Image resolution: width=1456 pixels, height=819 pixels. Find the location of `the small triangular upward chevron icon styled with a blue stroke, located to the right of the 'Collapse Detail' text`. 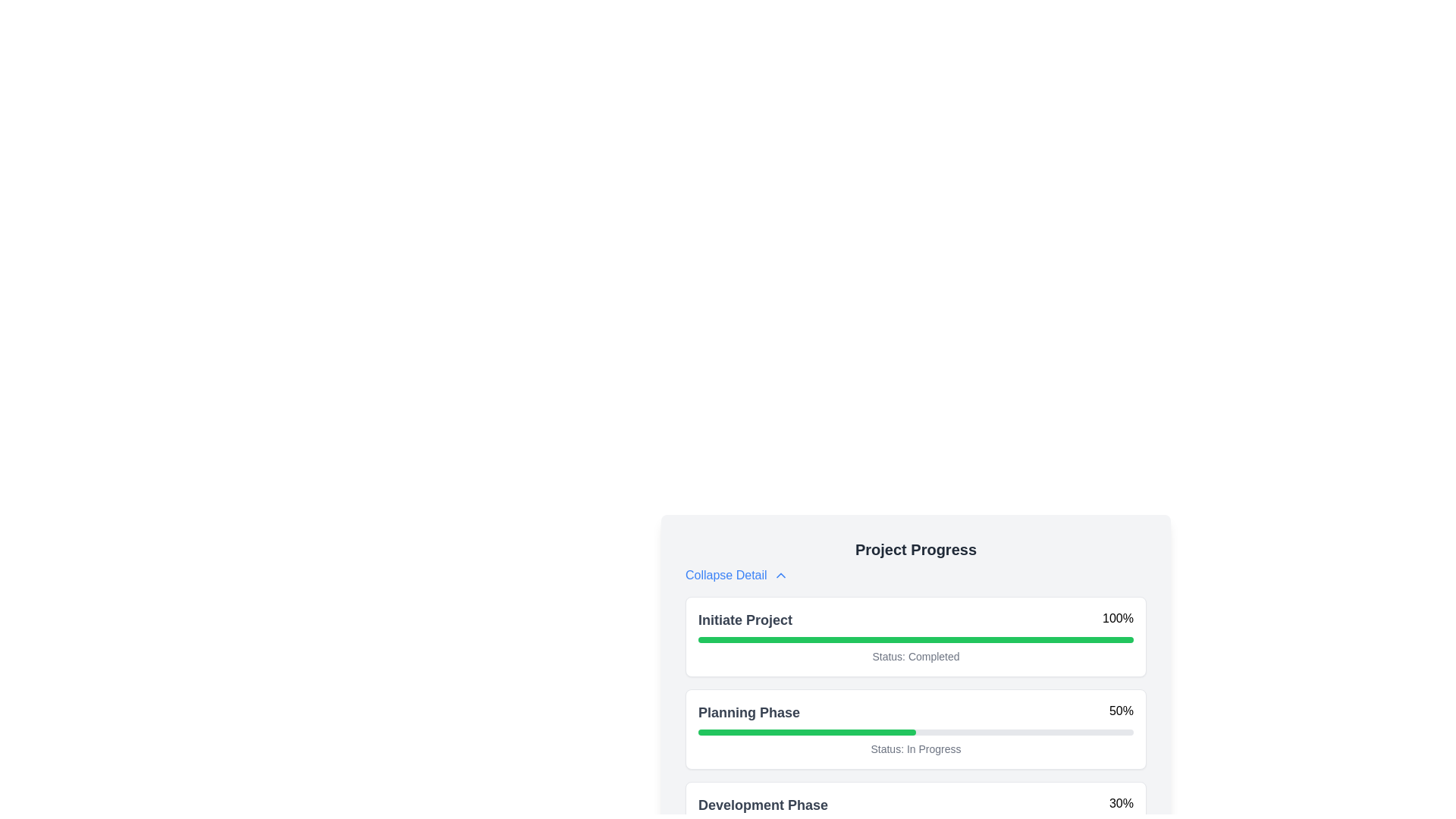

the small triangular upward chevron icon styled with a blue stroke, located to the right of the 'Collapse Detail' text is located at coordinates (780, 576).